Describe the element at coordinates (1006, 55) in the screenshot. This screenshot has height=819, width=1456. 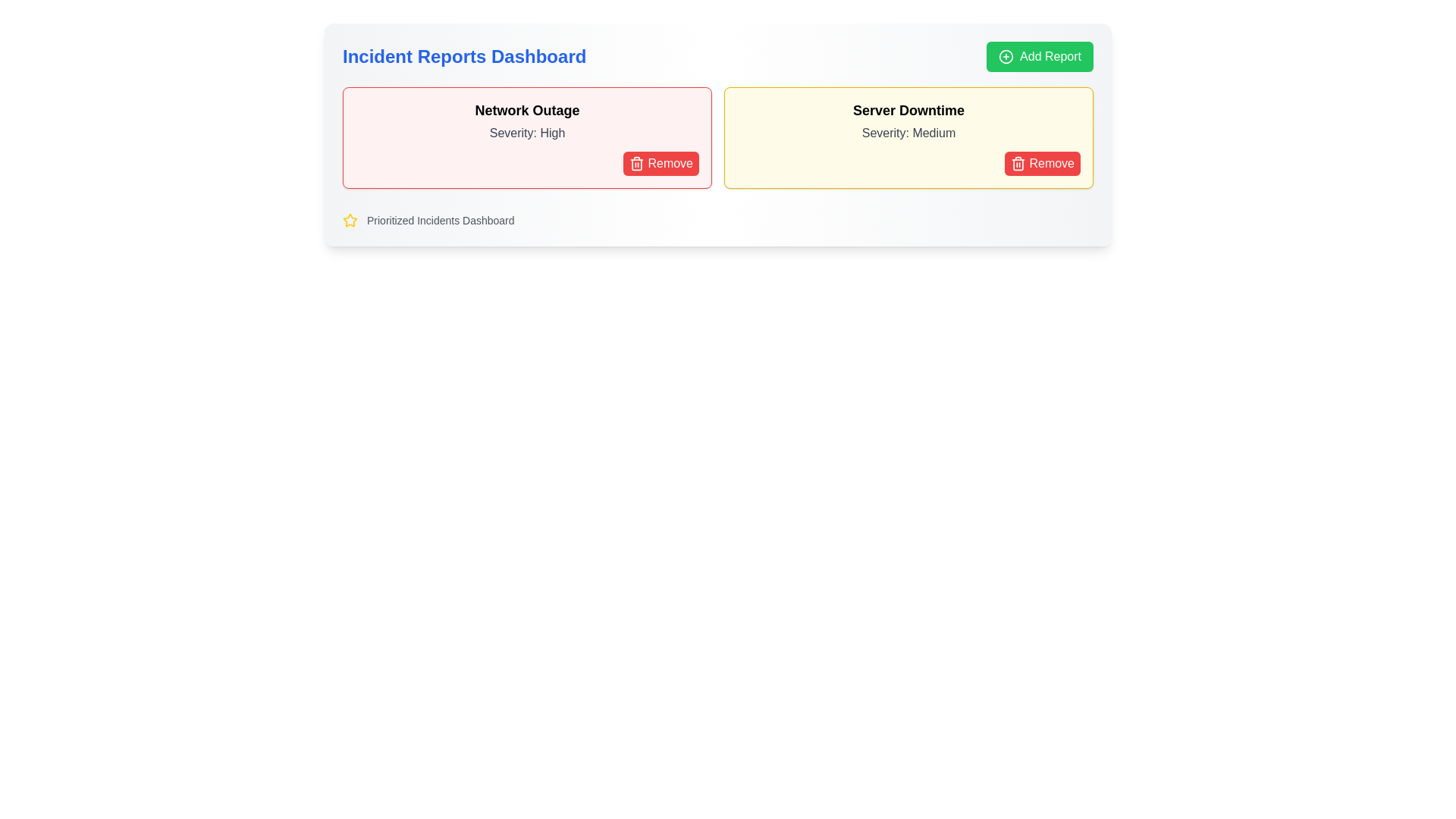
I see `the green circular icon with a plus sign located inside the 'Add Report' button in the top-right corner of the display` at that location.